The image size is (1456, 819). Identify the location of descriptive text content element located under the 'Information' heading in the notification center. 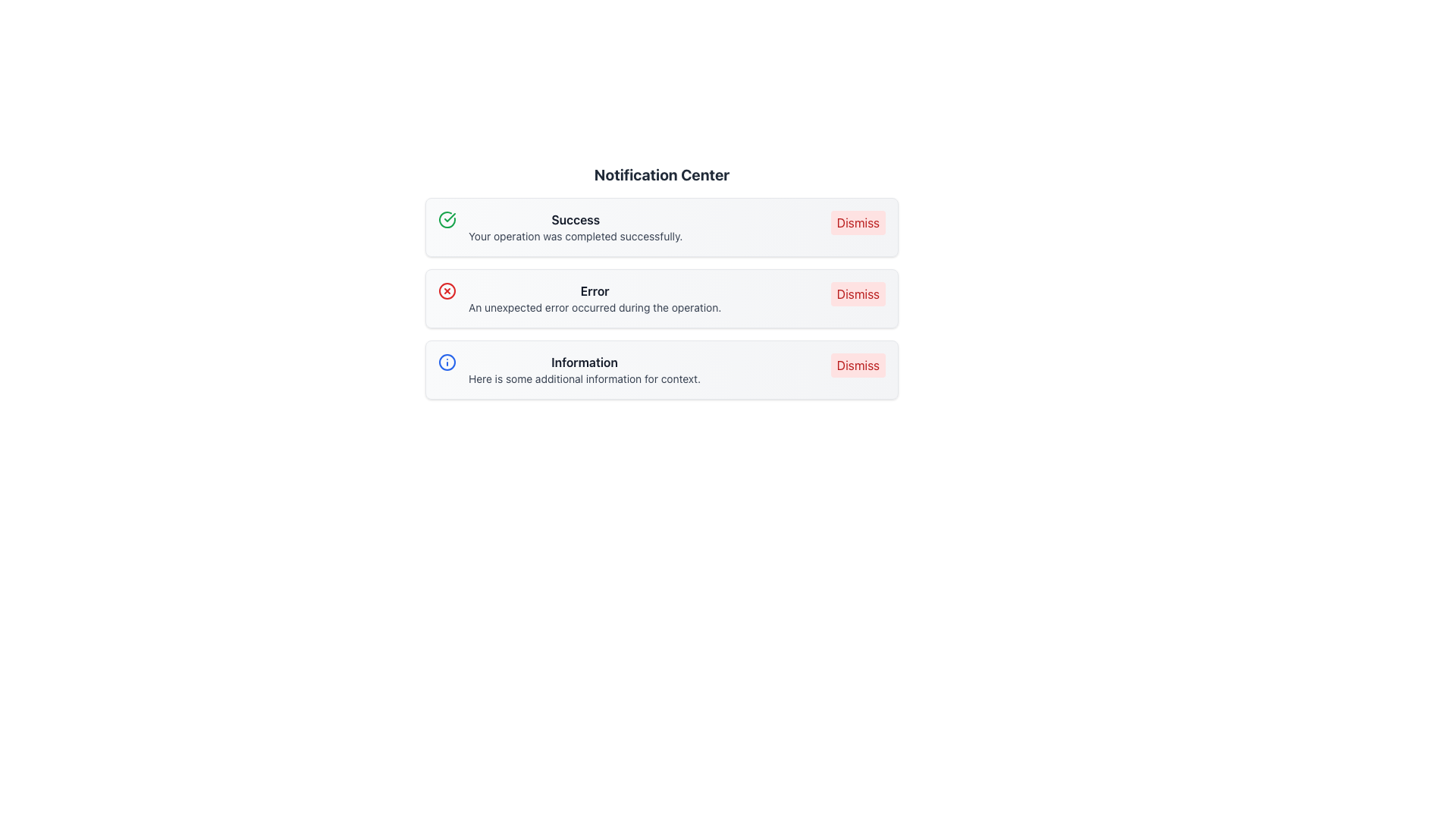
(584, 370).